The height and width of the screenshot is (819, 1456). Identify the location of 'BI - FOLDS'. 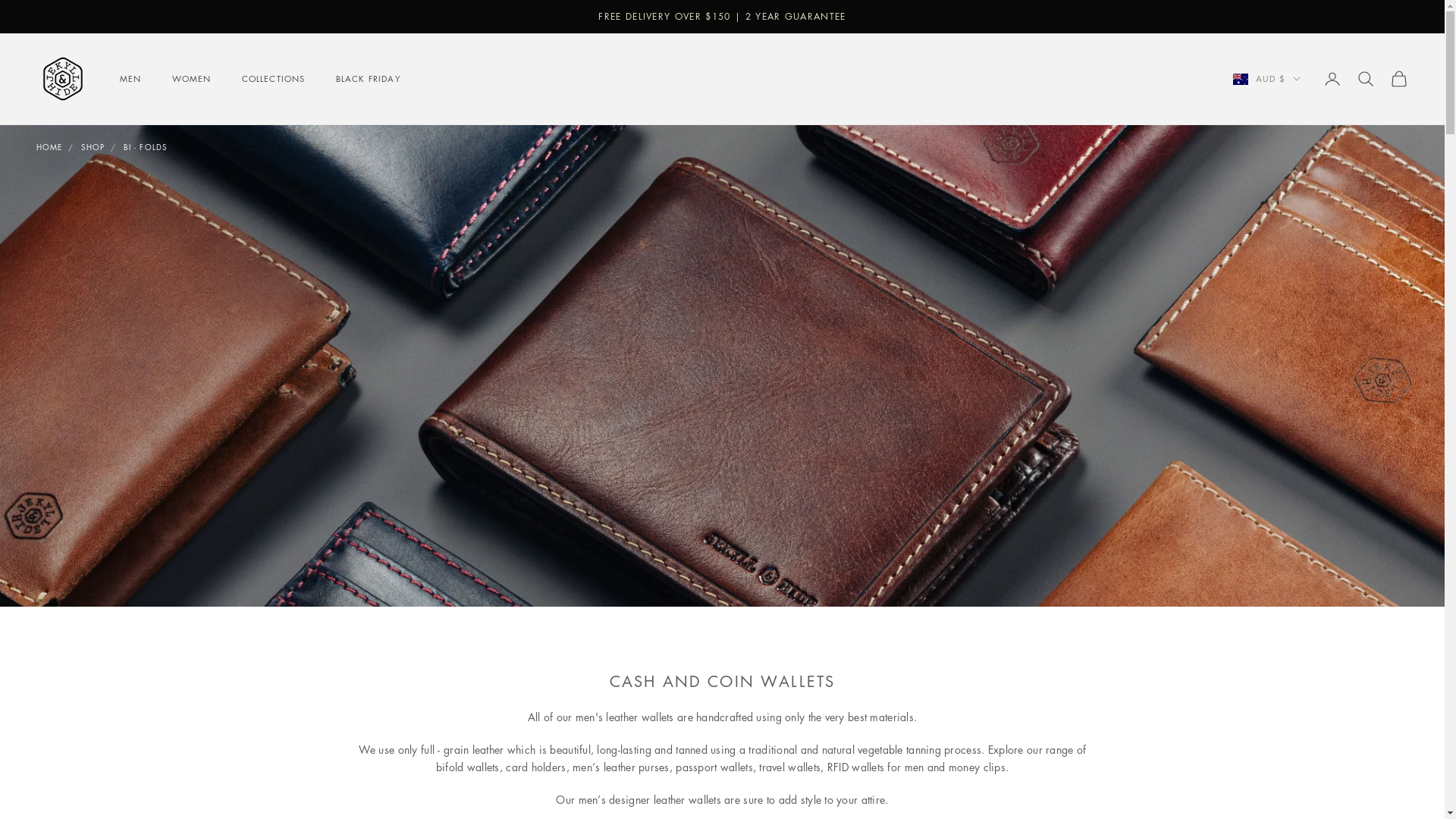
(146, 146).